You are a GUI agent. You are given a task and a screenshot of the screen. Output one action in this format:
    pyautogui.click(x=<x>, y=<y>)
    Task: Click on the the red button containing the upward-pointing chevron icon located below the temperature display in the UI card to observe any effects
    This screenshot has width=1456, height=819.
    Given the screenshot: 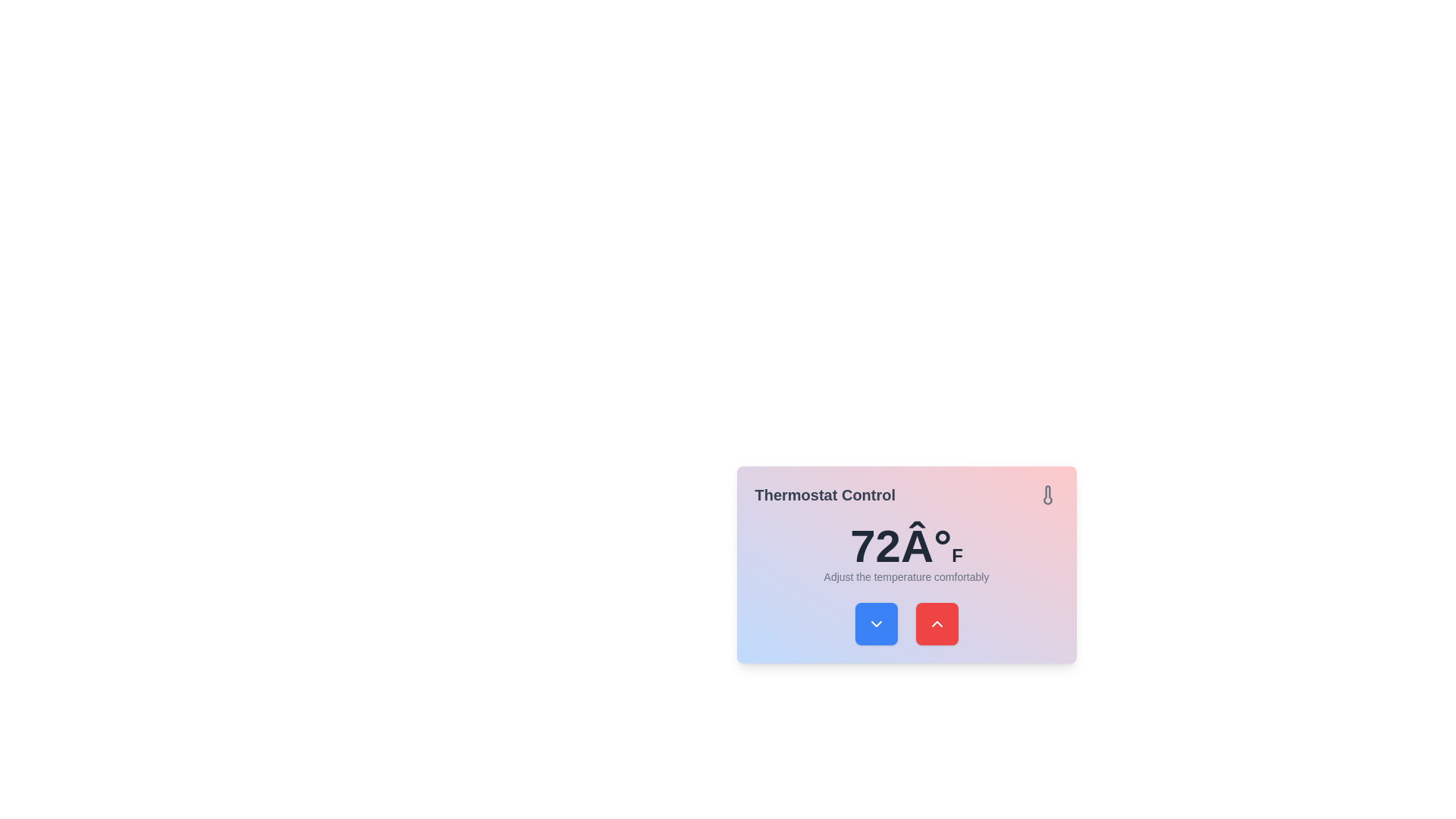 What is the action you would take?
    pyautogui.click(x=936, y=623)
    